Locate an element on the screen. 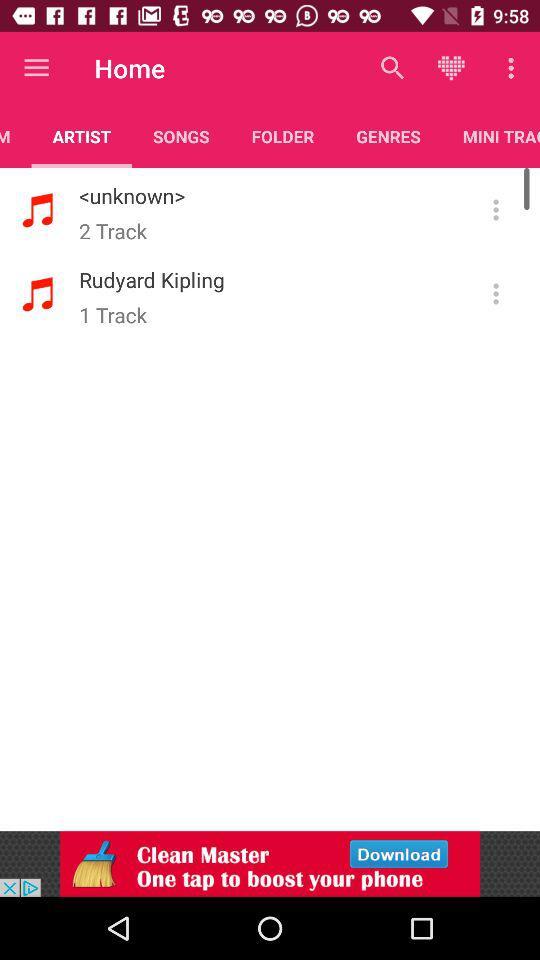  menu button is located at coordinates (495, 210).